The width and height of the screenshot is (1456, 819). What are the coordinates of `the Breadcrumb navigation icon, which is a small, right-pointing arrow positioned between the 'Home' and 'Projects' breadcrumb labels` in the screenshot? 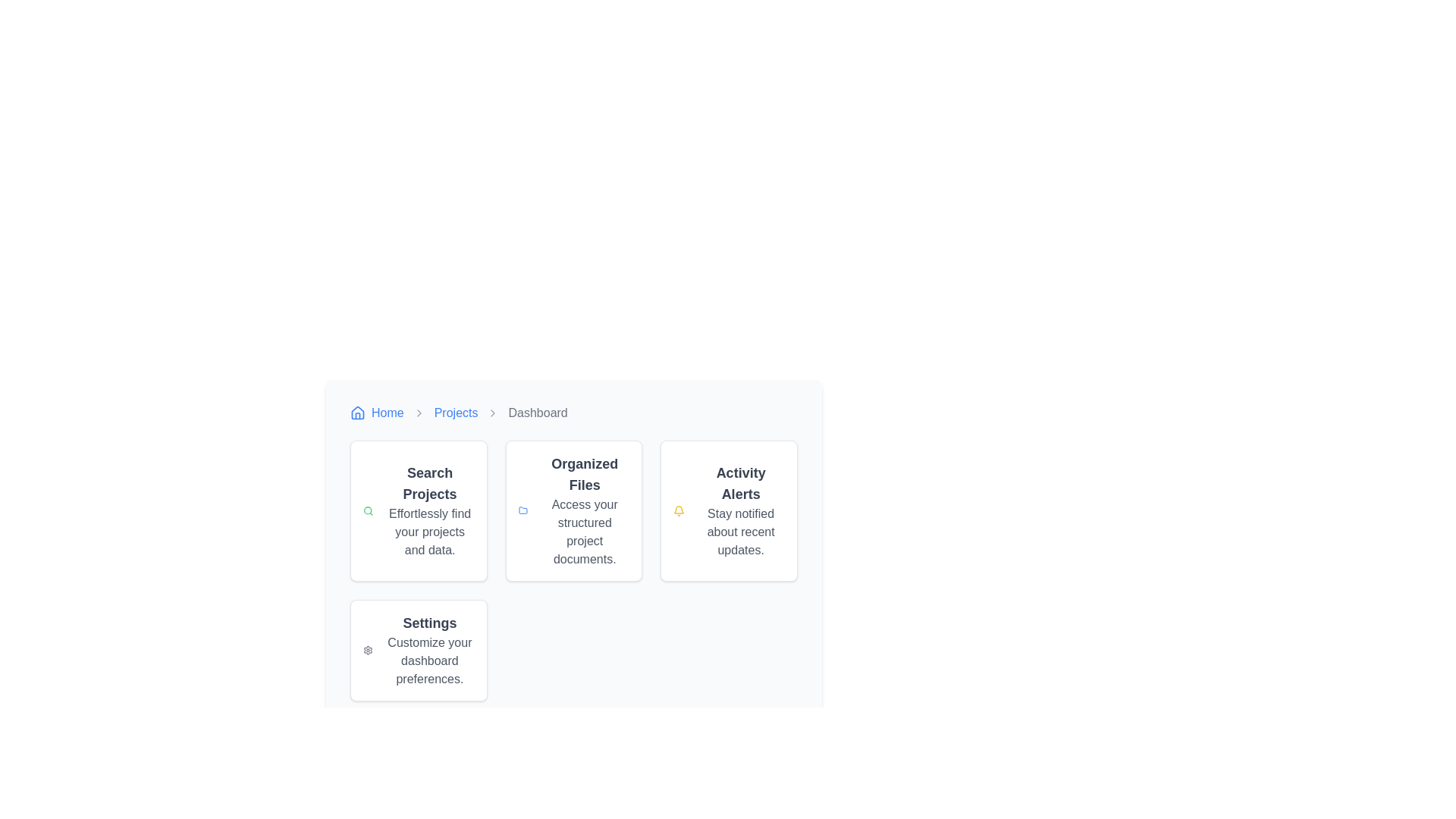 It's located at (419, 413).